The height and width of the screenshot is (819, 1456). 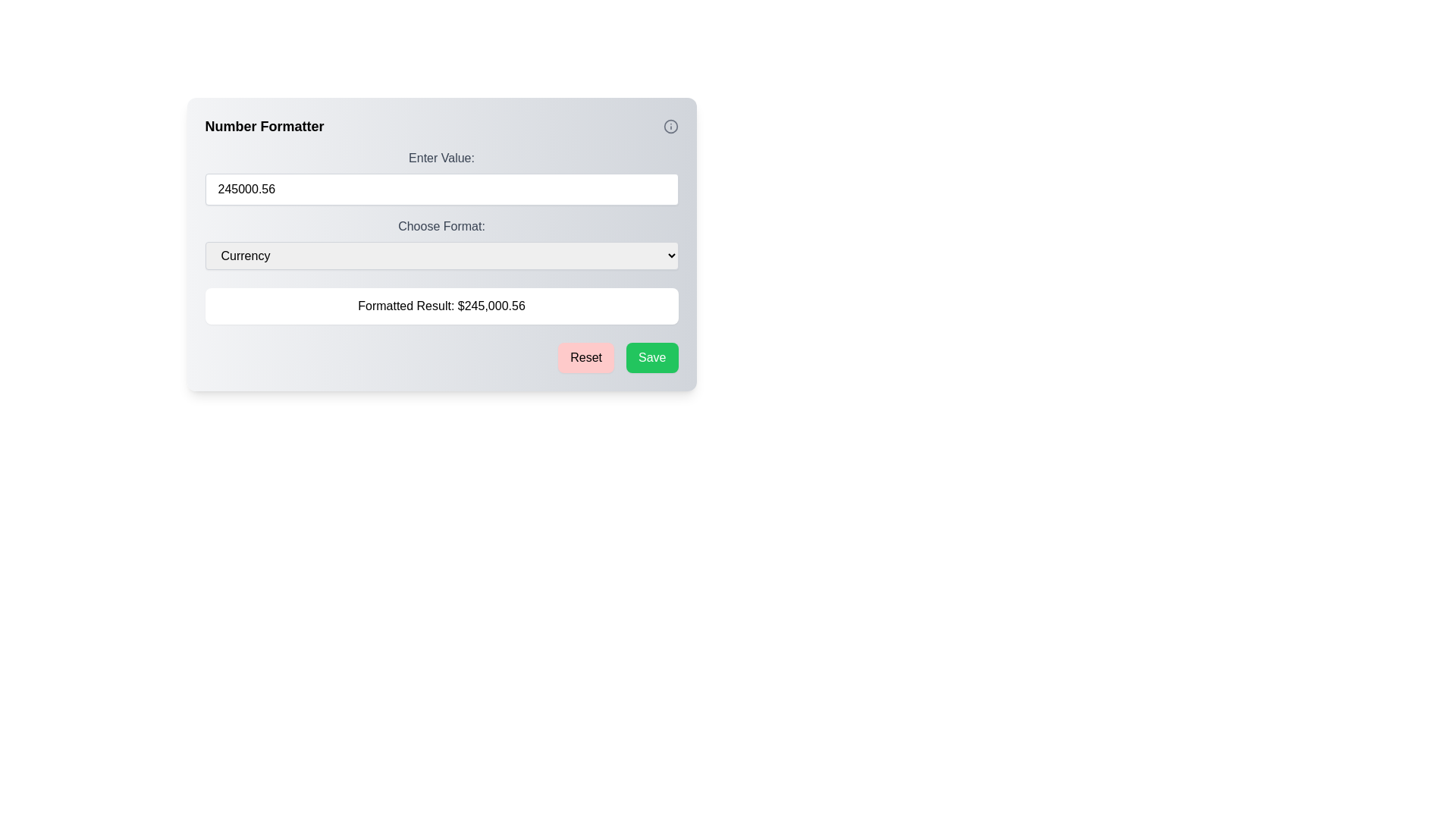 I want to click on the Information icon, a circular icon with a gray outline and an 'i' symbol, located in the top-right corner of the 'Number Formatter' header, so click(x=670, y=125).